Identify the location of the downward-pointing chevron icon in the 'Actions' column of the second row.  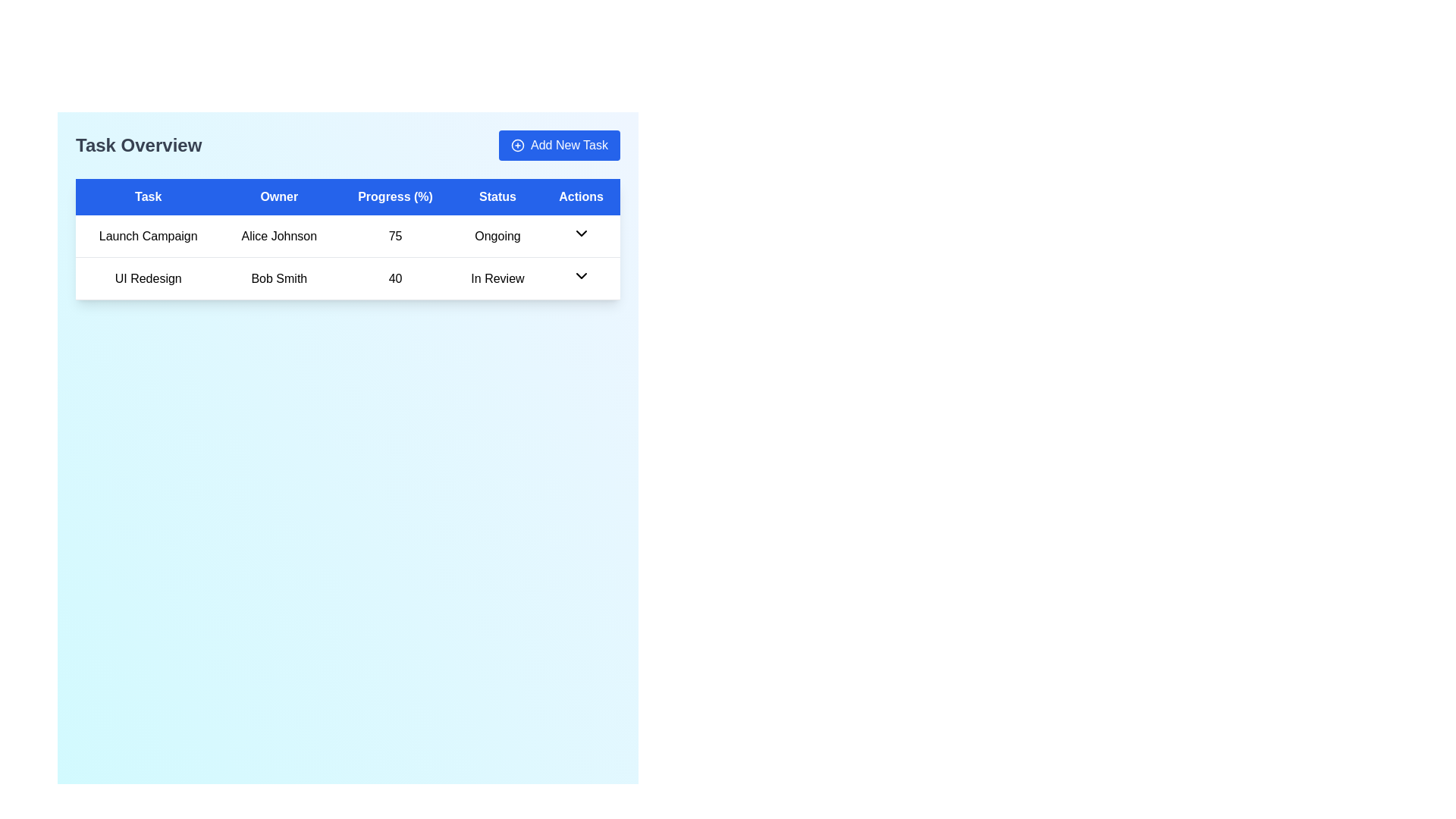
(580, 275).